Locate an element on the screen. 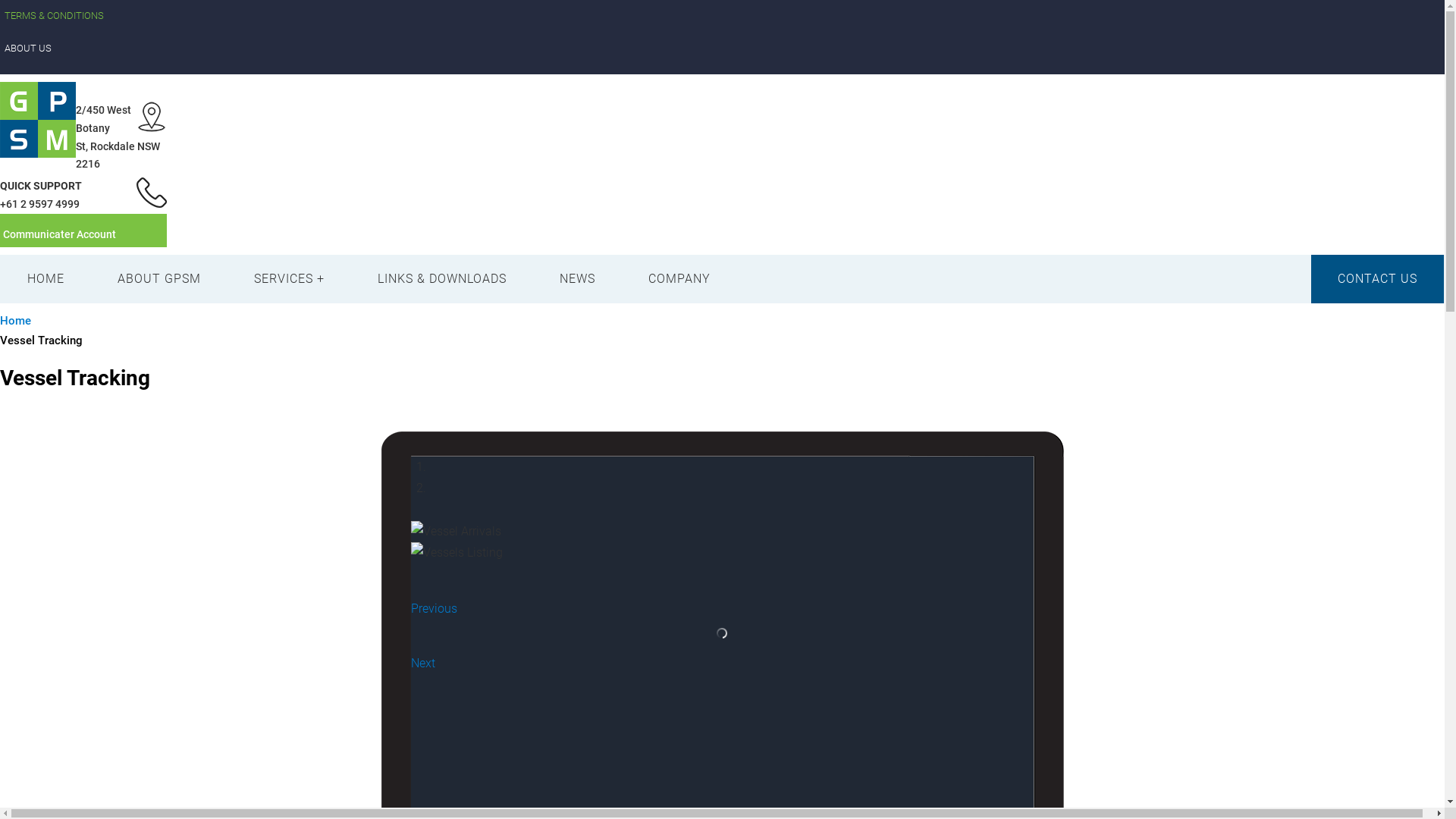 The image size is (1456, 819). 'COMPANY' is located at coordinates (679, 278).